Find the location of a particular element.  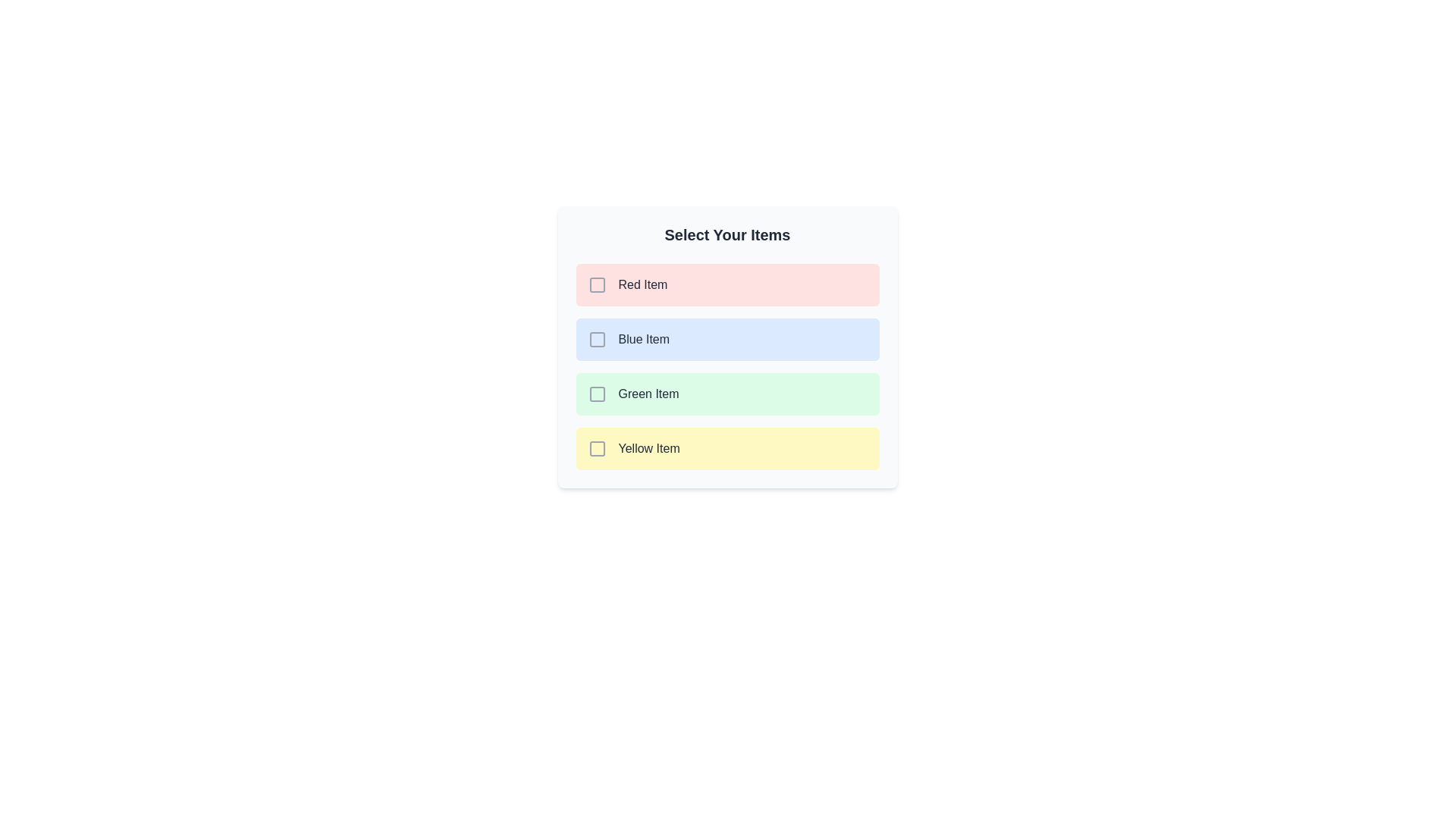

the item Green Item is located at coordinates (726, 394).